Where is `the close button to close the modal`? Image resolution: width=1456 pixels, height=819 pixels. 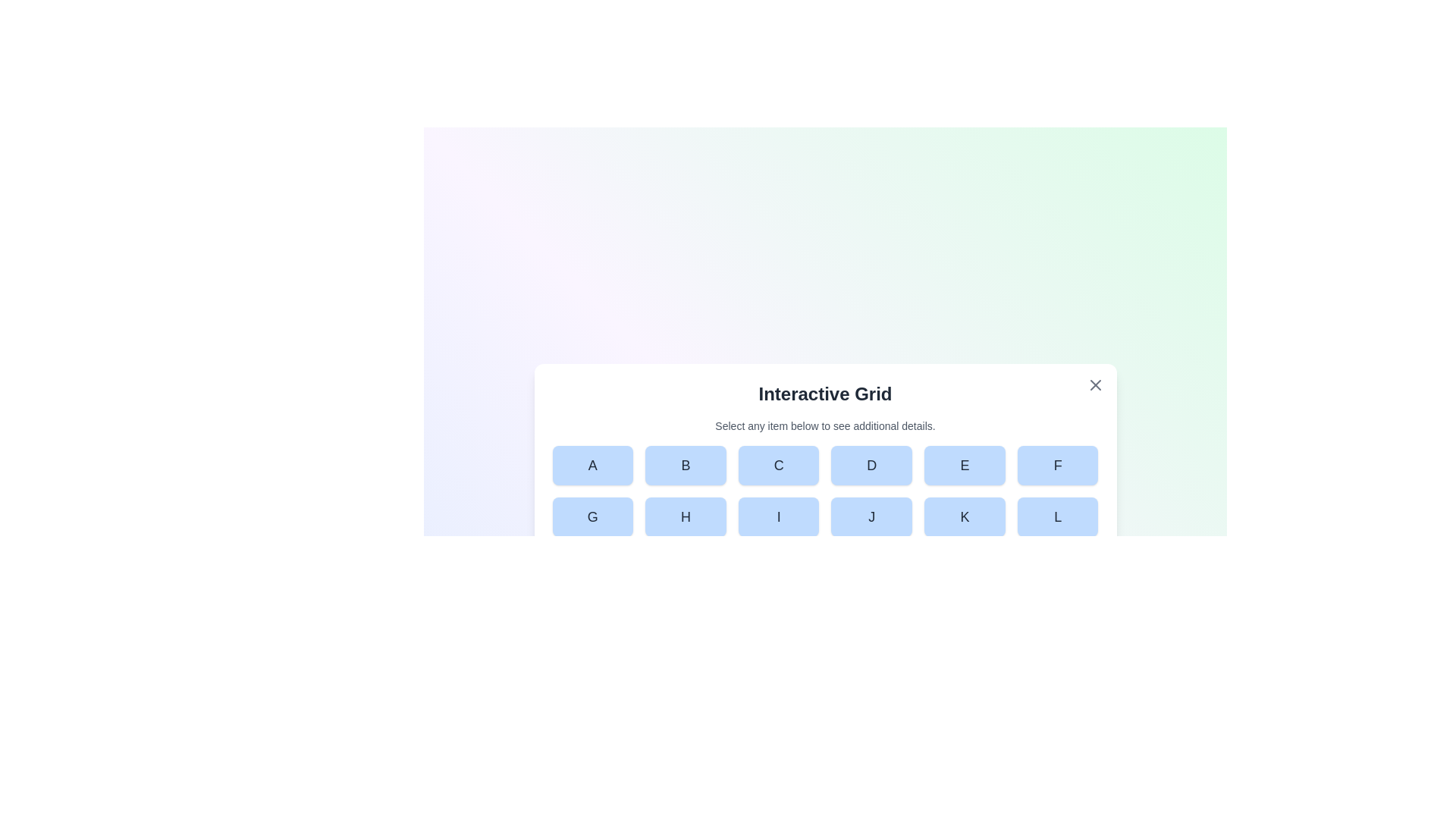
the close button to close the modal is located at coordinates (1095, 384).